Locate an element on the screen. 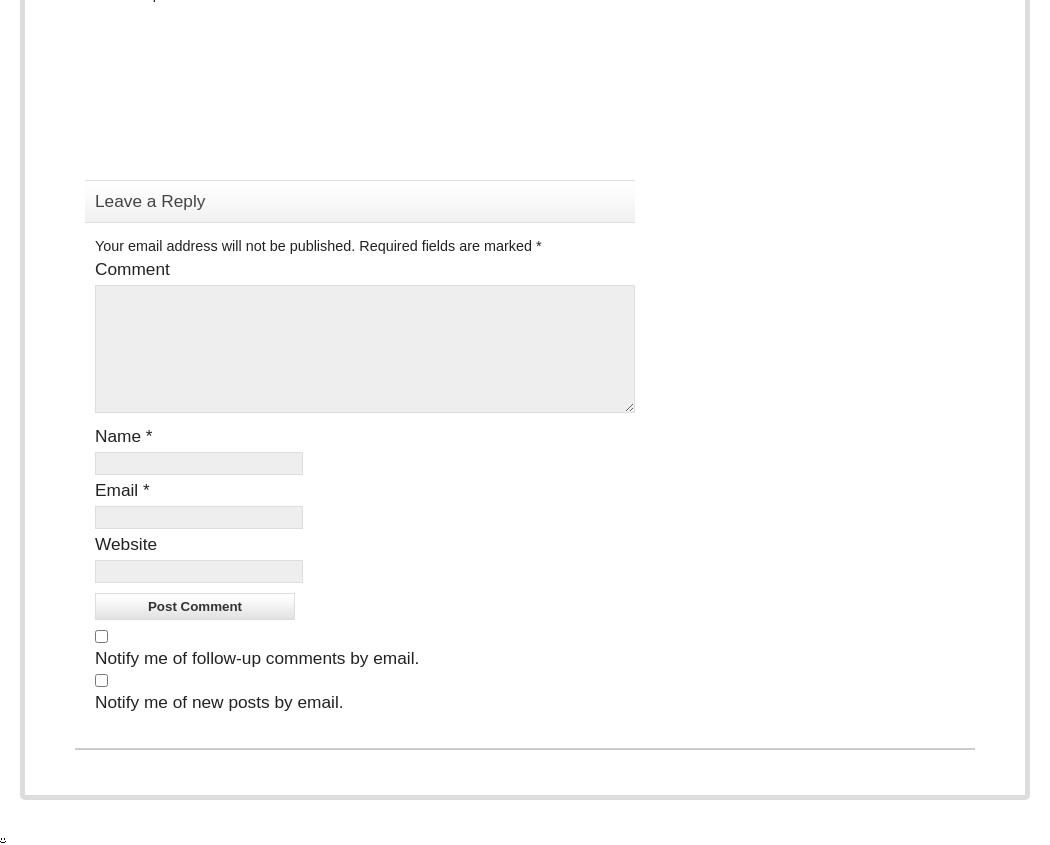 The image size is (1050, 845). 'Notify me of follow-up comments by email.' is located at coordinates (257, 658).